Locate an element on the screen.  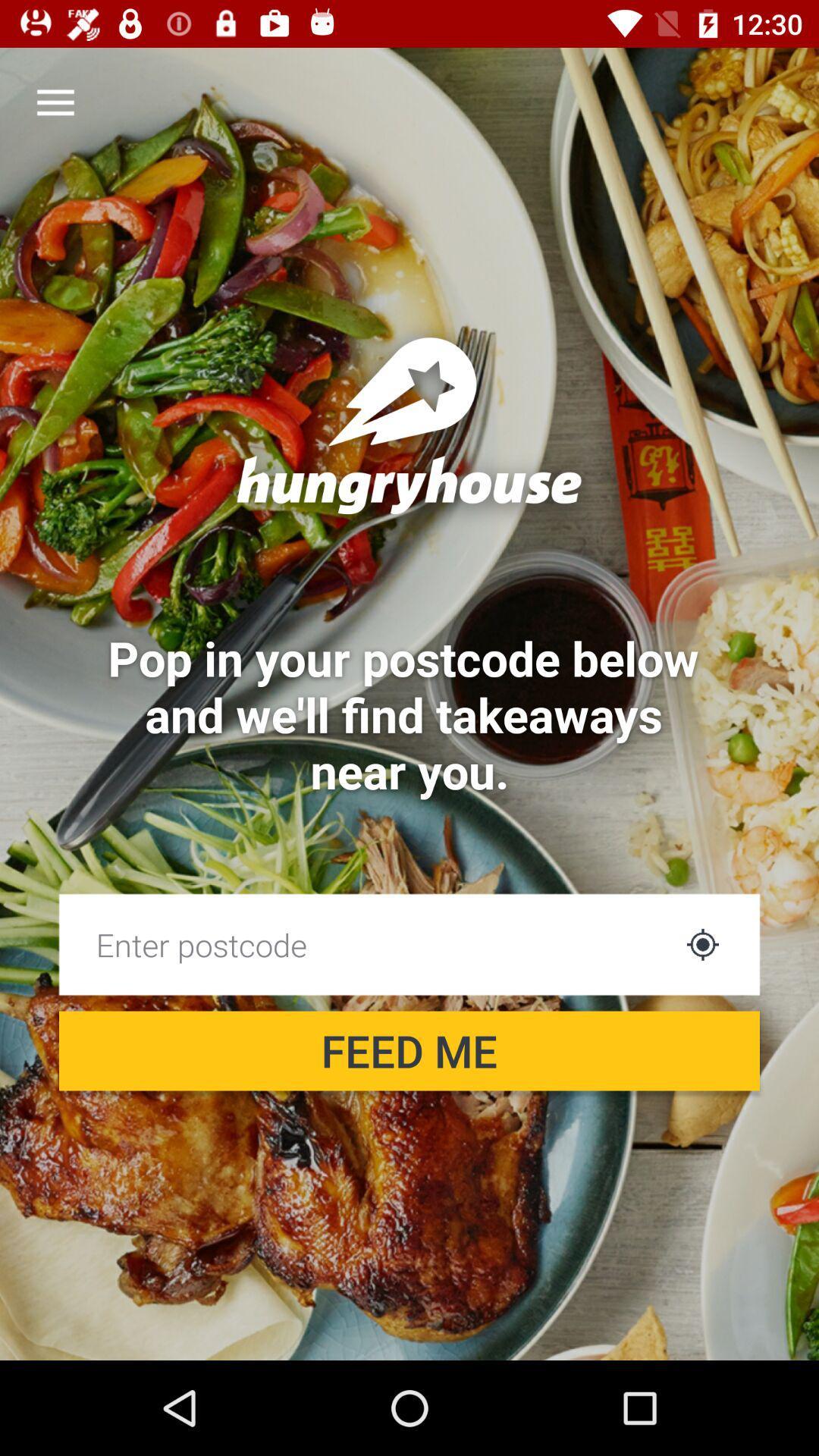
text box to enter zip code is located at coordinates (366, 943).